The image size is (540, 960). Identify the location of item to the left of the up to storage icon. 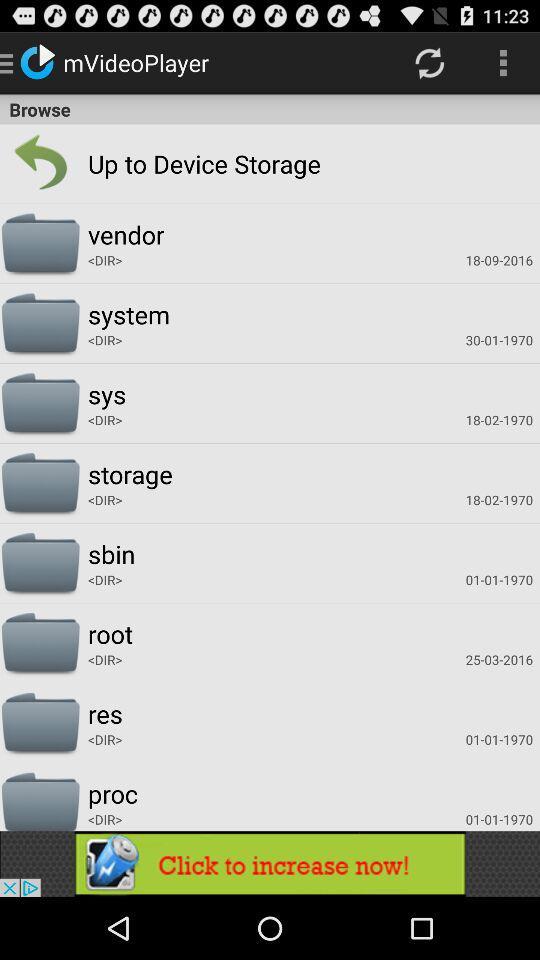
(40, 162).